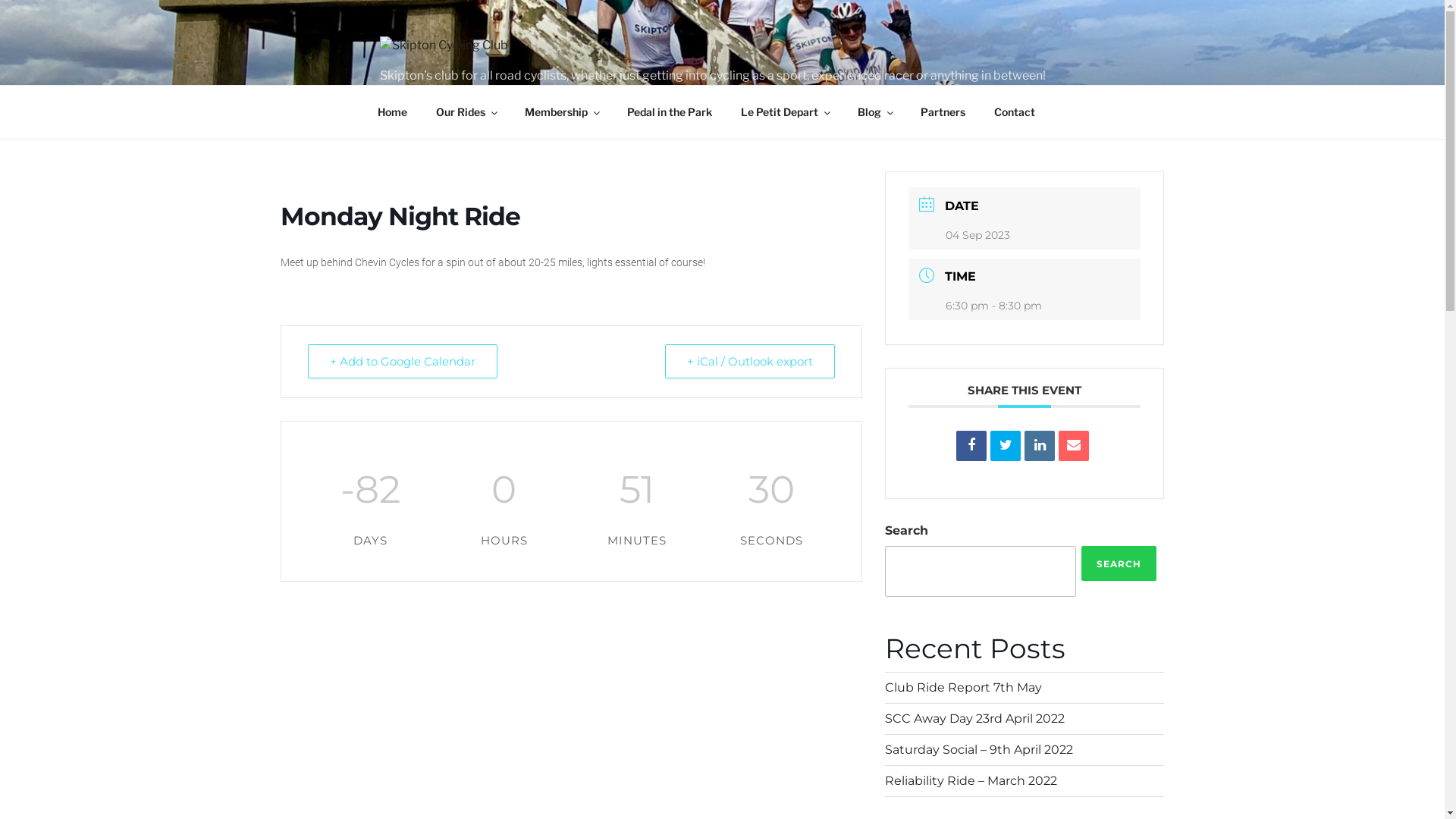  I want to click on 'Tweet', so click(1005, 444).